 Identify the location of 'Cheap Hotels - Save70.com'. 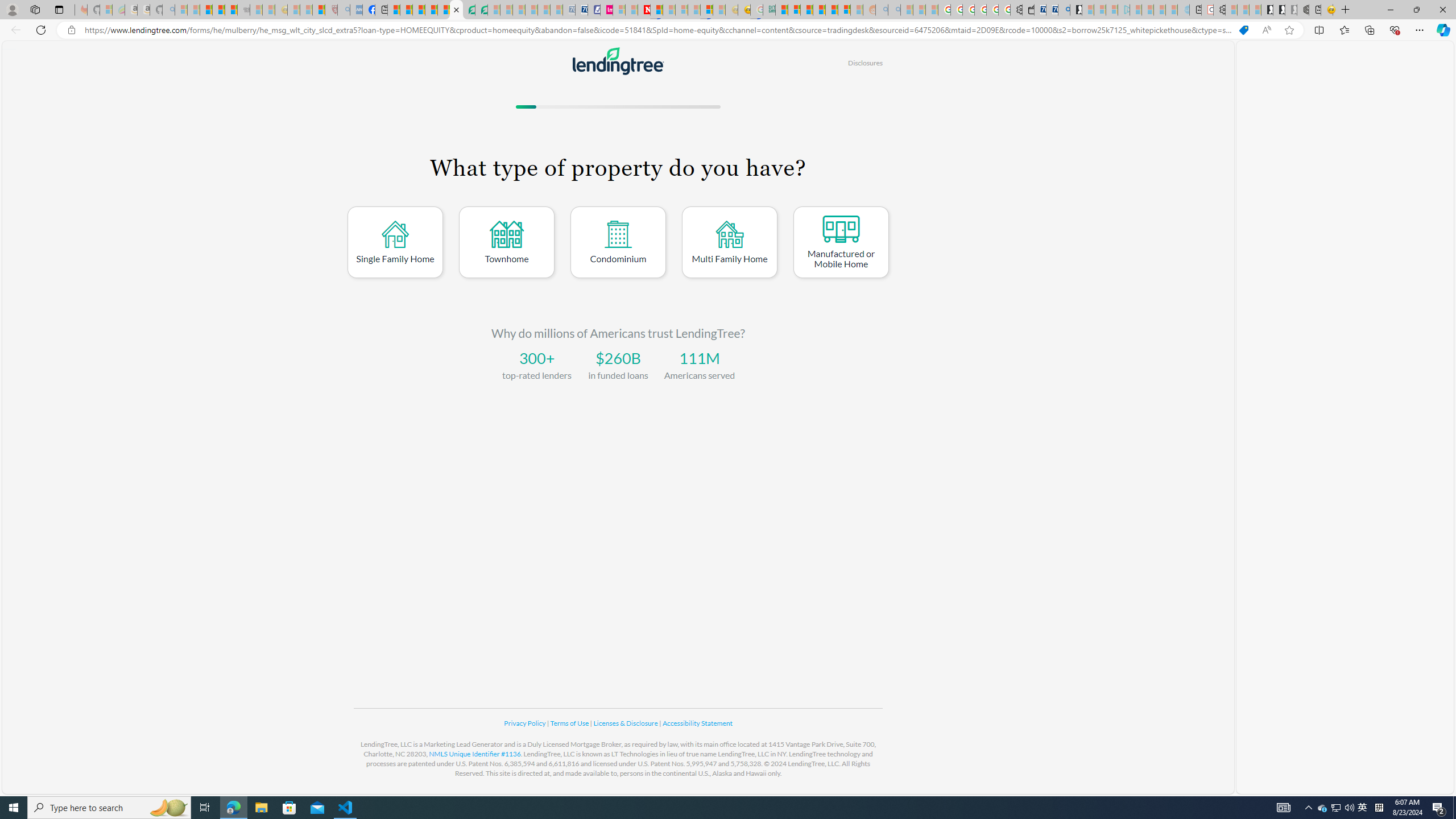
(581, 9).